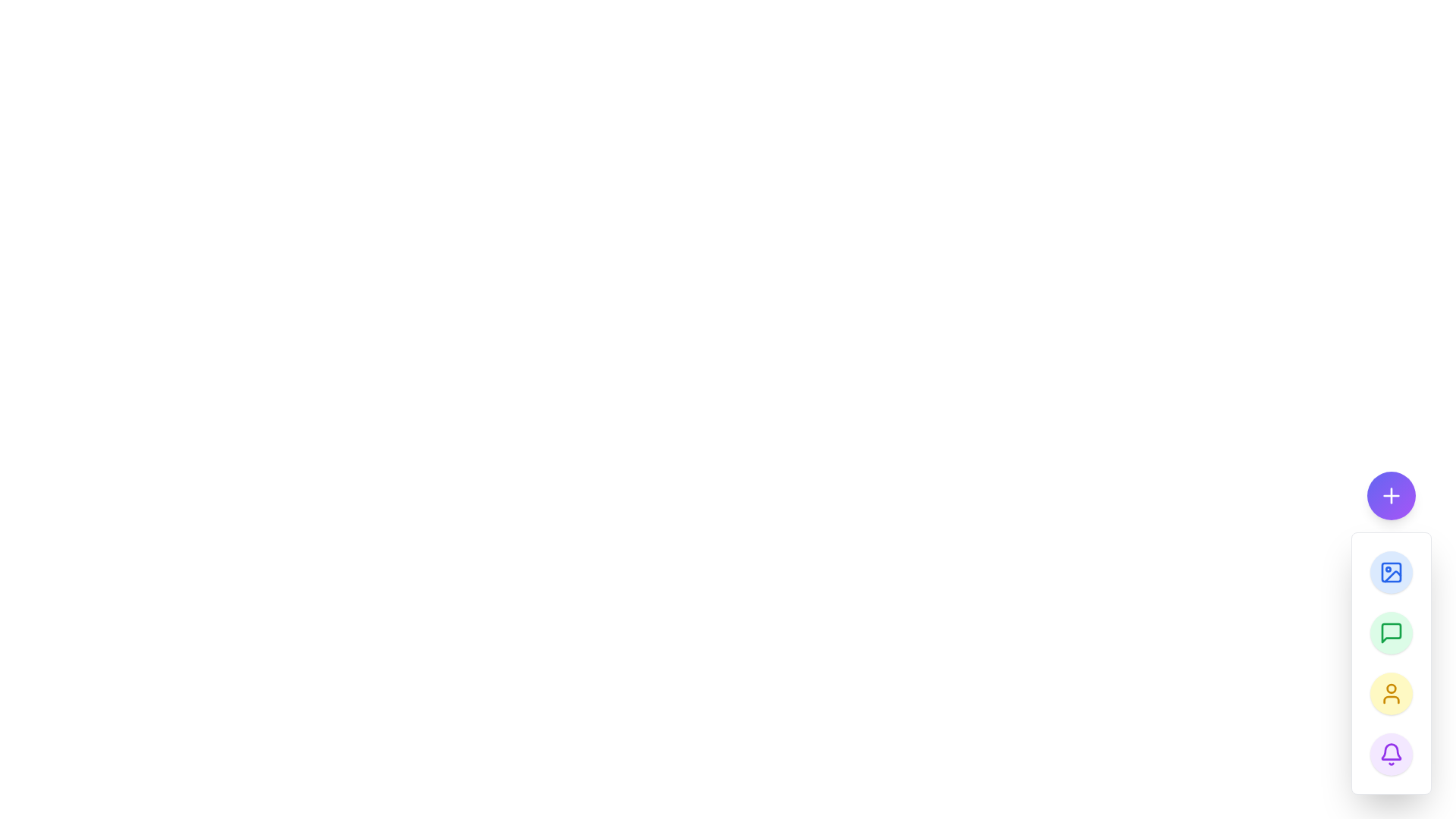 This screenshot has width=1456, height=819. Describe the element at coordinates (1391, 496) in the screenshot. I see `the circular button with a gradient background that has a white plus symbol in the center` at that location.